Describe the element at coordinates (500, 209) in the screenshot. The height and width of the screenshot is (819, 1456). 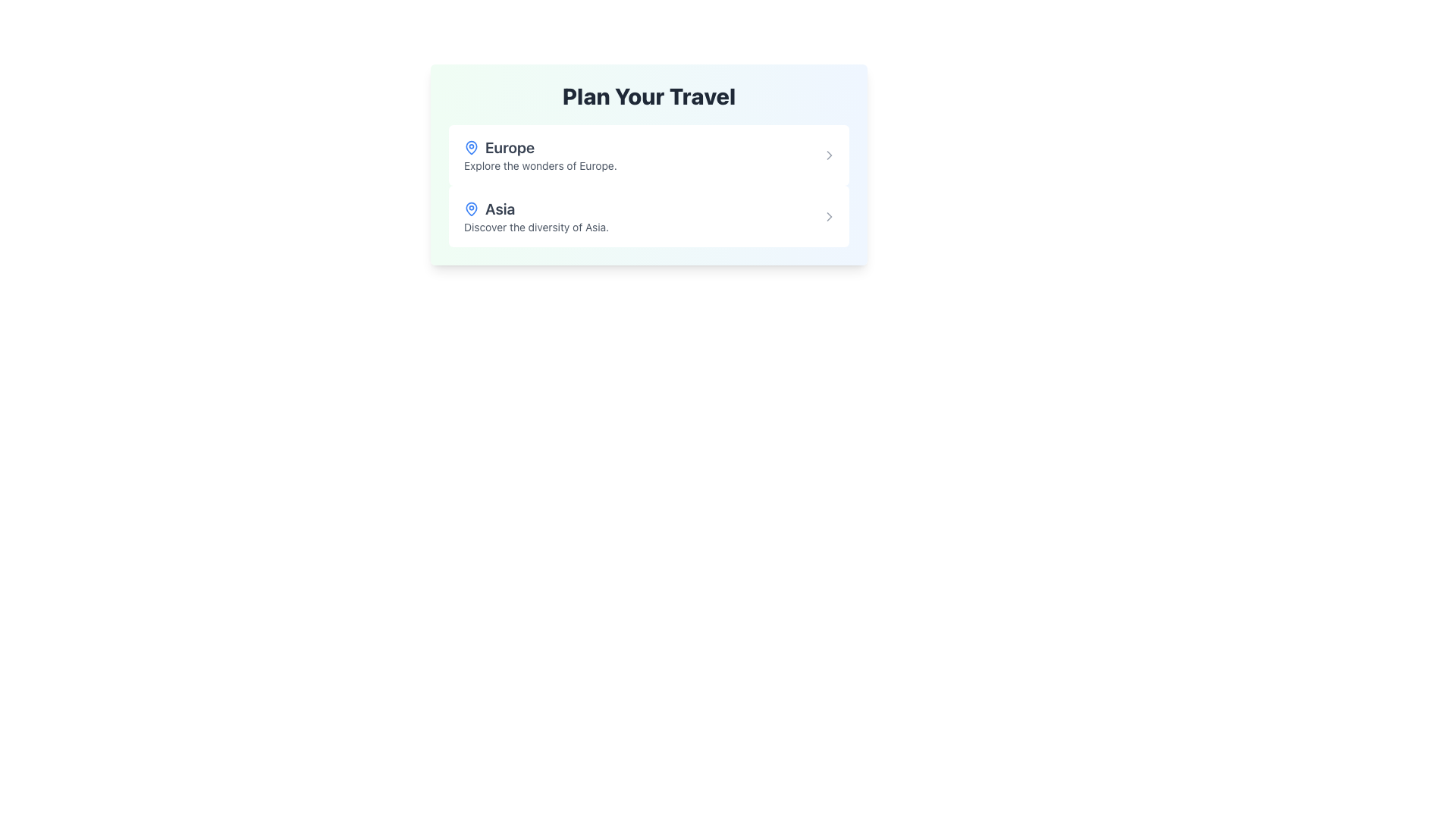
I see `the text label that serves as a title for Asia-related content, positioned to the right of a blue map pin icon under the 'Plan Your Travel' section` at that location.